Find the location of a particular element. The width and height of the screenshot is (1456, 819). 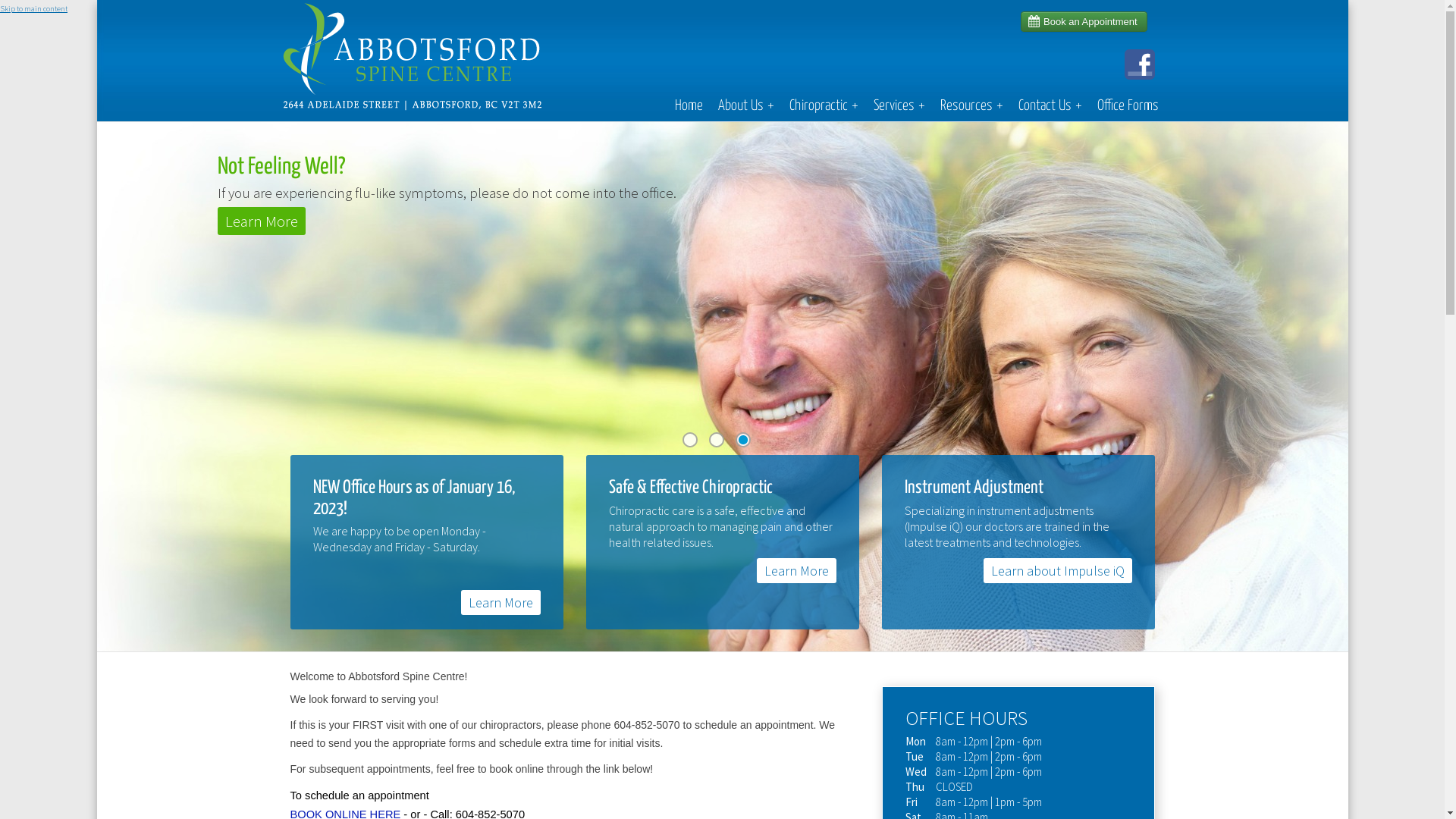

'Office Forms' is located at coordinates (1127, 105).